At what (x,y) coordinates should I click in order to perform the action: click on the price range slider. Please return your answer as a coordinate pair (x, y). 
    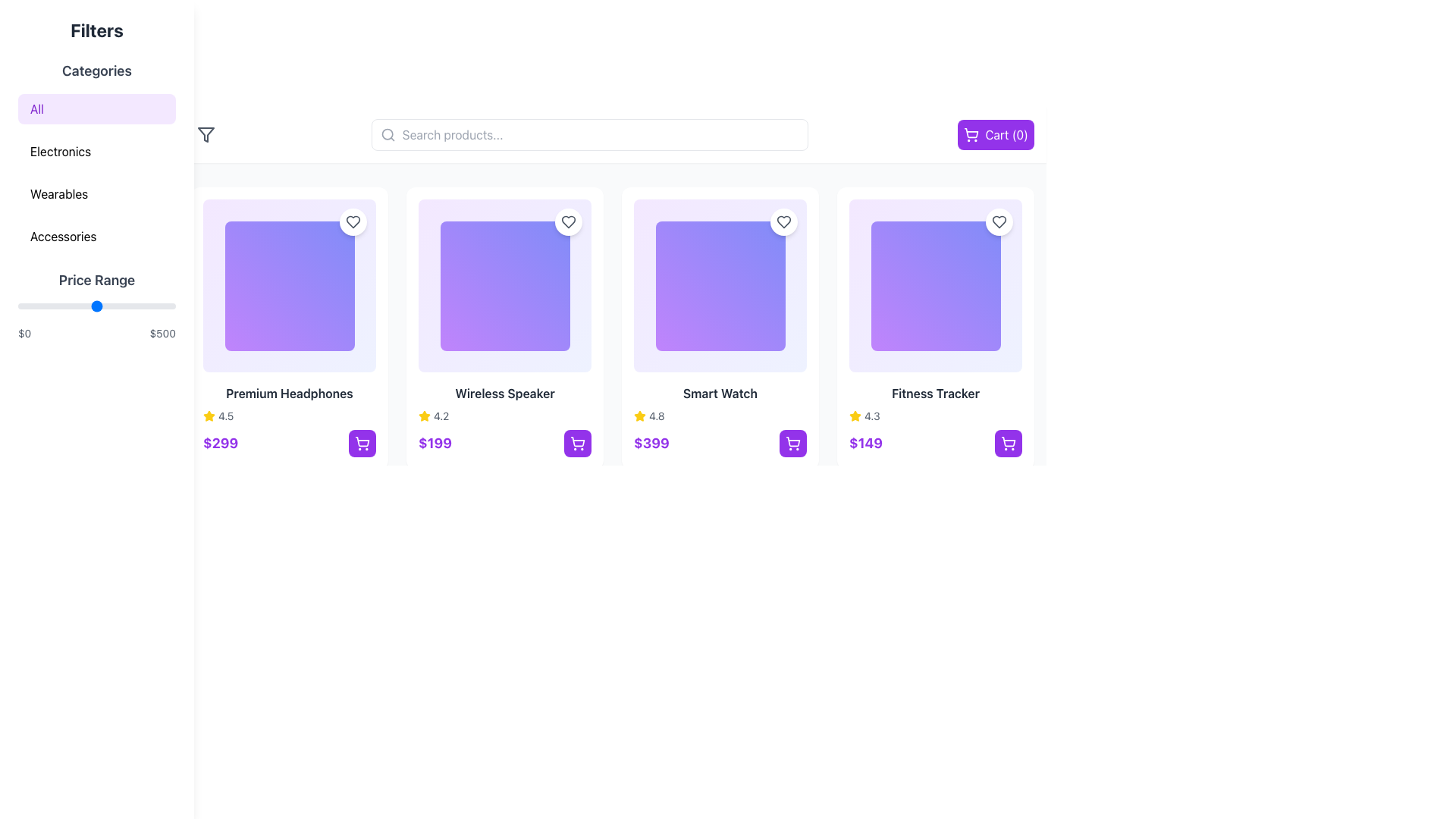
    Looking at the image, I should click on (64, 306).